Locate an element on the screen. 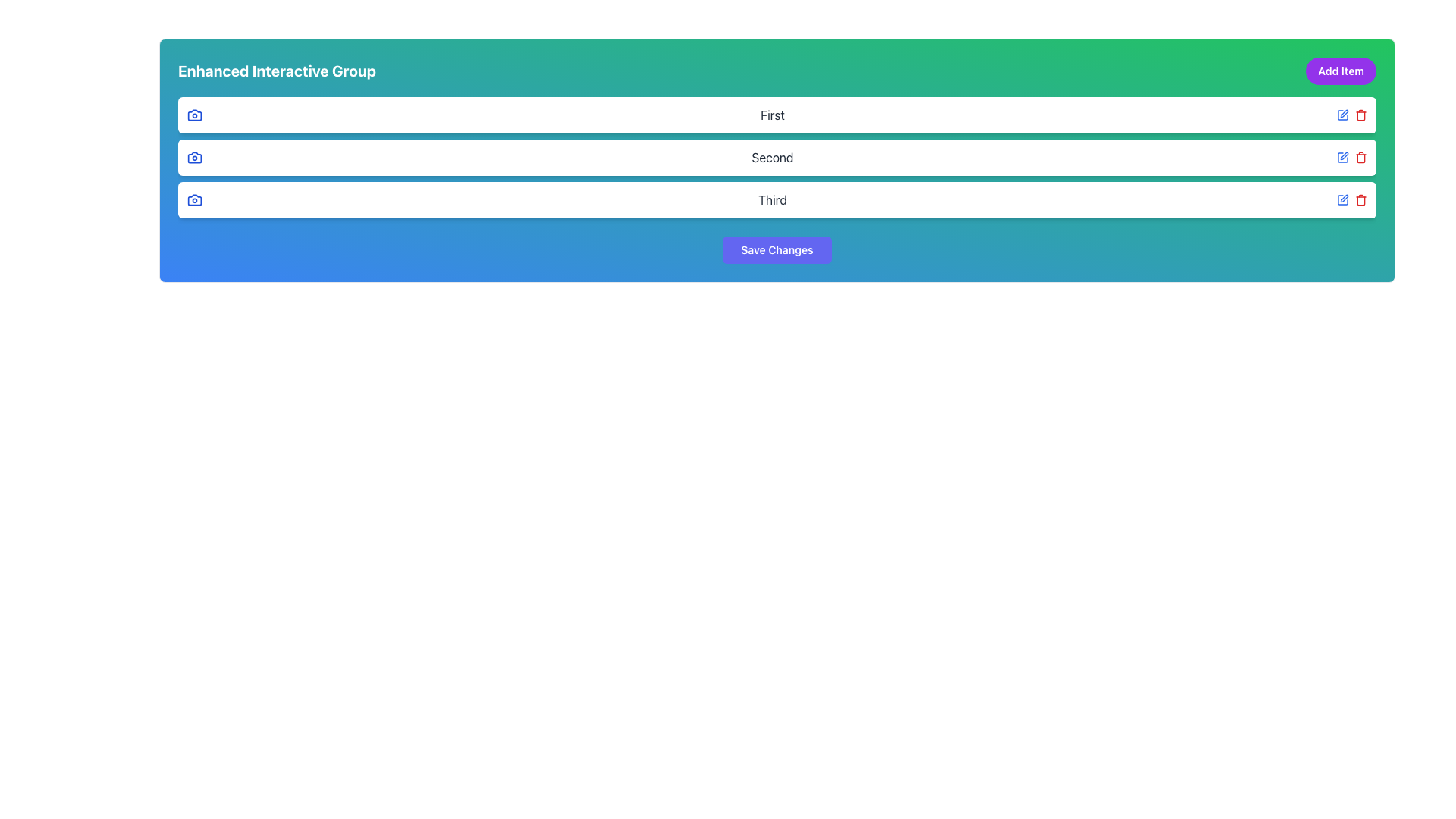 Image resolution: width=1456 pixels, height=819 pixels. the icon button that represents editing or modifying the 'Second' item, located to the right of the text 'Second' in the second row, adjacent to a red icon is located at coordinates (1343, 158).